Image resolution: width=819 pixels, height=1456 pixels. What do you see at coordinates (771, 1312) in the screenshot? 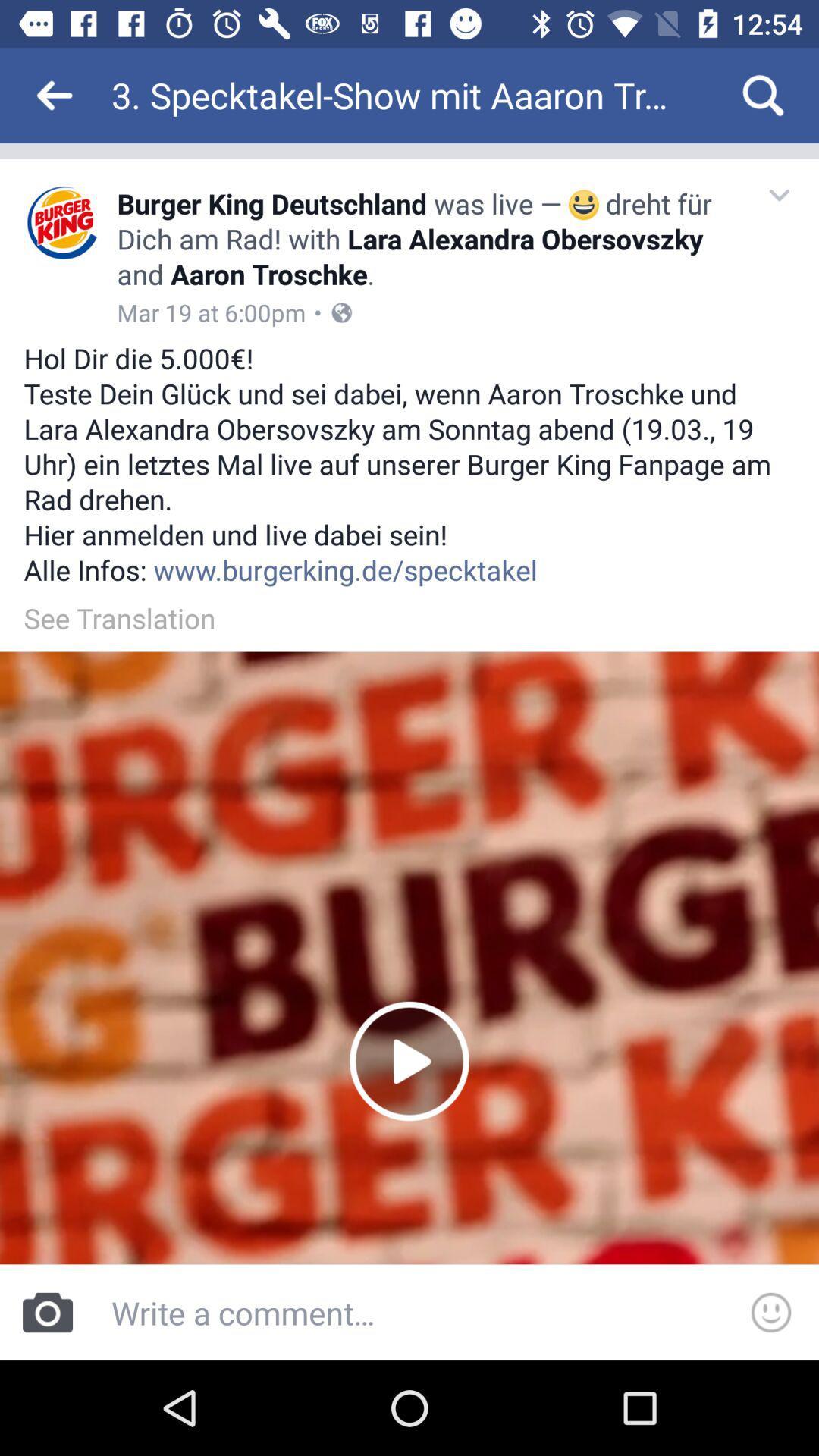
I see `the emoji icon` at bounding box center [771, 1312].